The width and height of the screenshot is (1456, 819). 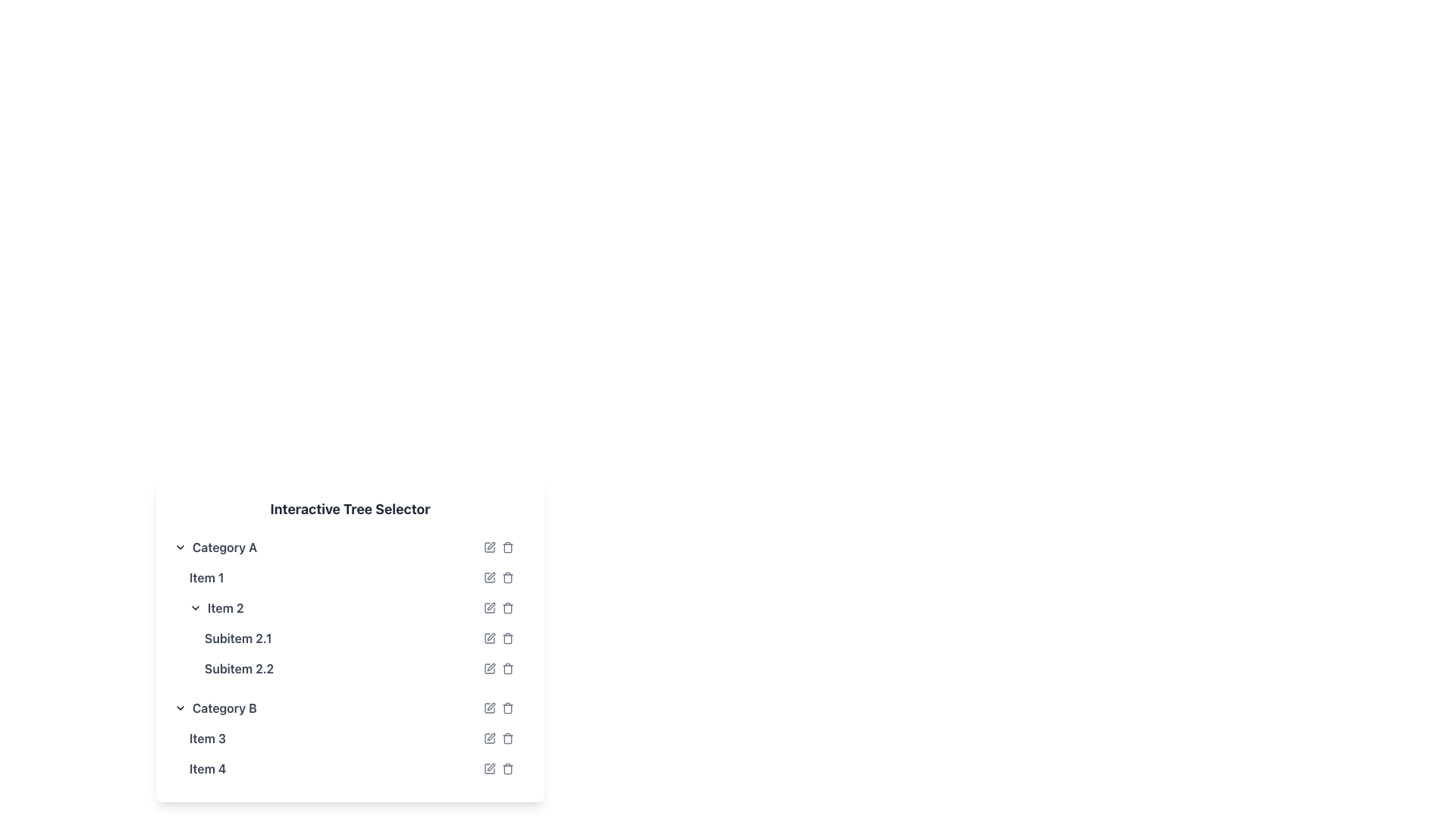 I want to click on the Text Label indicating a category section within the Interactive Tree Selector, located between 'Category A' and 'Item 3.', so click(x=224, y=708).